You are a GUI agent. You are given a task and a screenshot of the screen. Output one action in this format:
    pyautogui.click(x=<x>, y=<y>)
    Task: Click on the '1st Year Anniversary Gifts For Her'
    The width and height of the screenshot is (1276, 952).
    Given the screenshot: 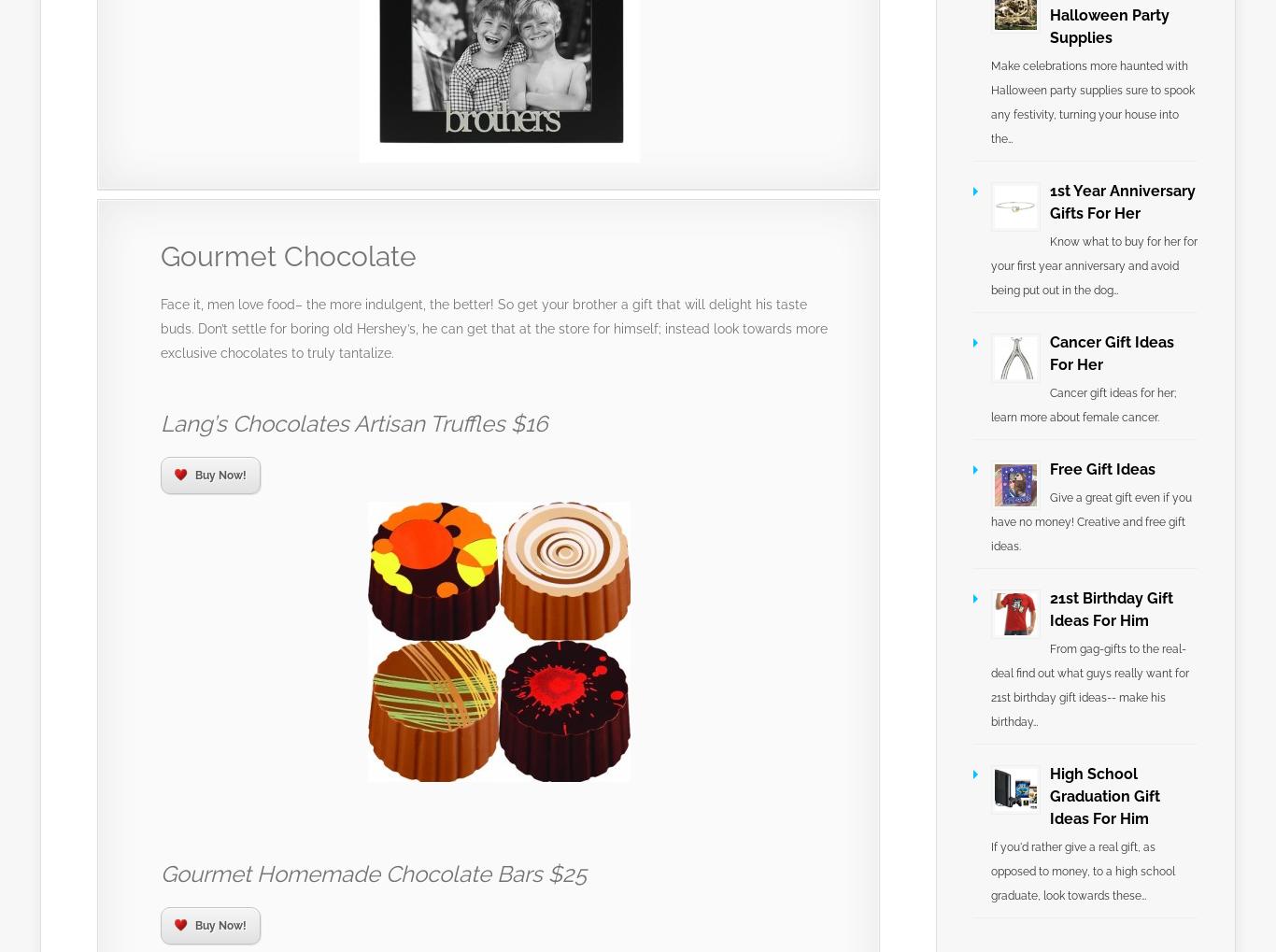 What is the action you would take?
    pyautogui.click(x=1122, y=201)
    